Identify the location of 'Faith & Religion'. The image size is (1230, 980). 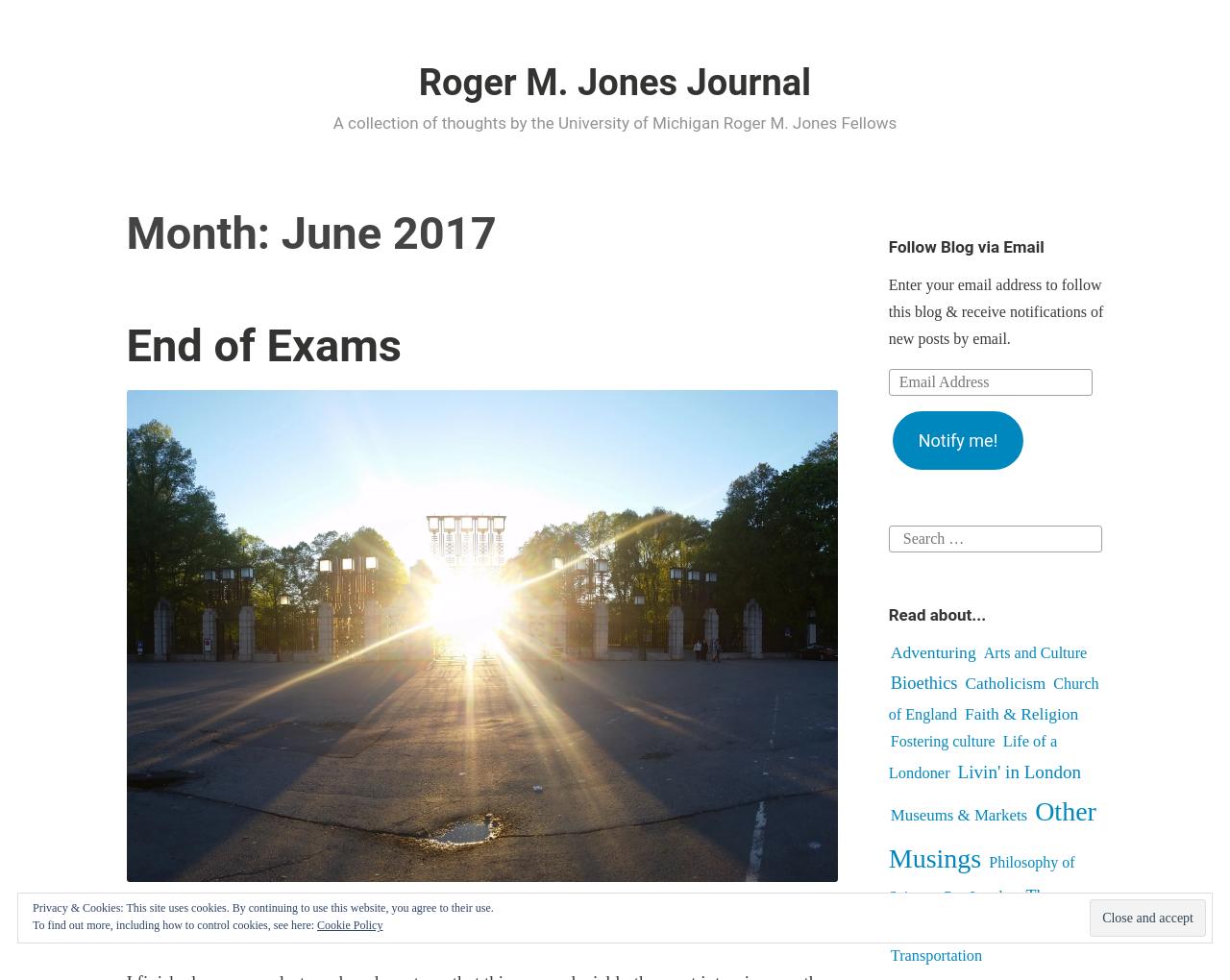
(964, 713).